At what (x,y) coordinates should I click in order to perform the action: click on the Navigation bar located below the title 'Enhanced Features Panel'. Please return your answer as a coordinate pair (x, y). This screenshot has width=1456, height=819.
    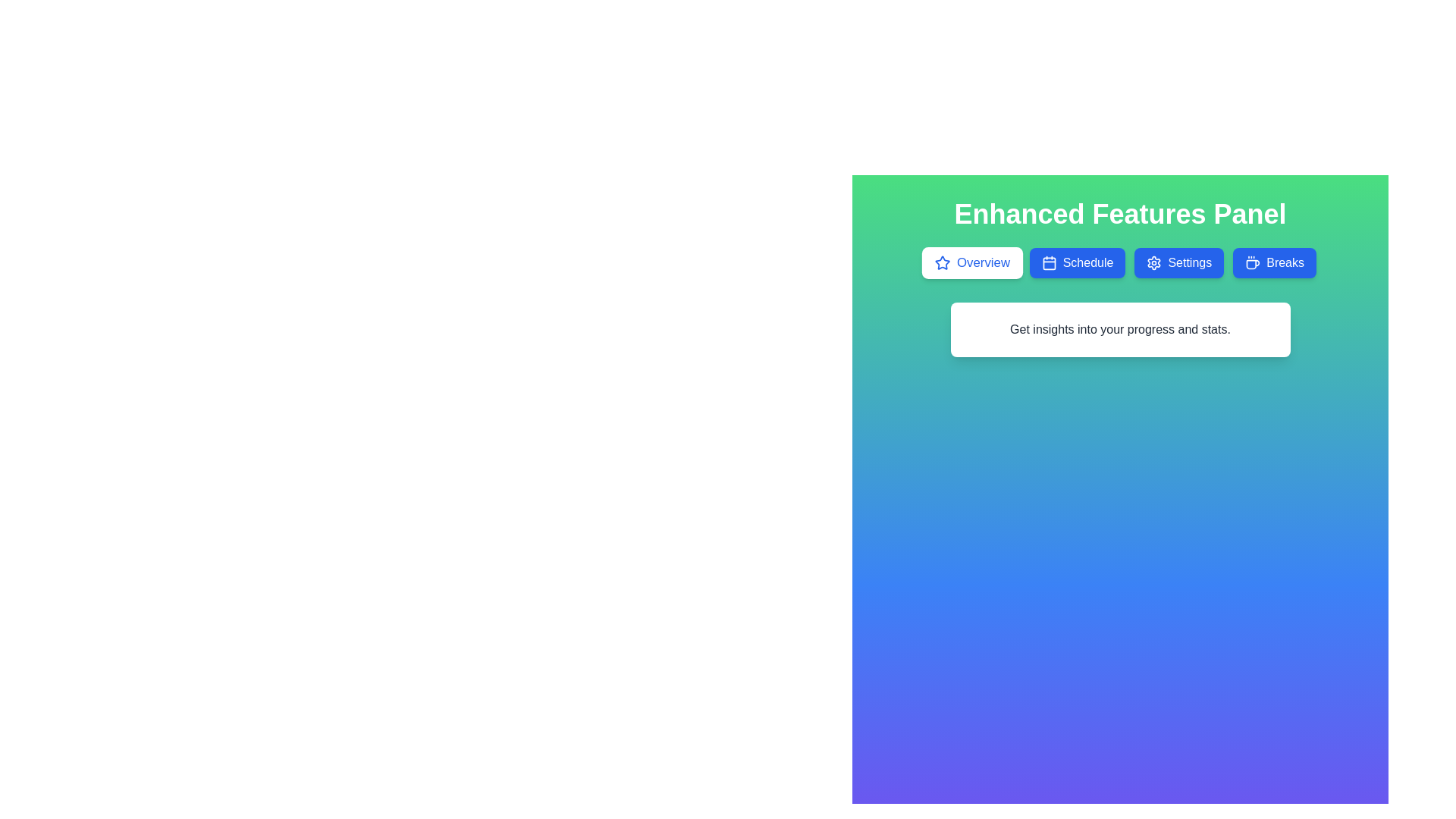
    Looking at the image, I should click on (1120, 262).